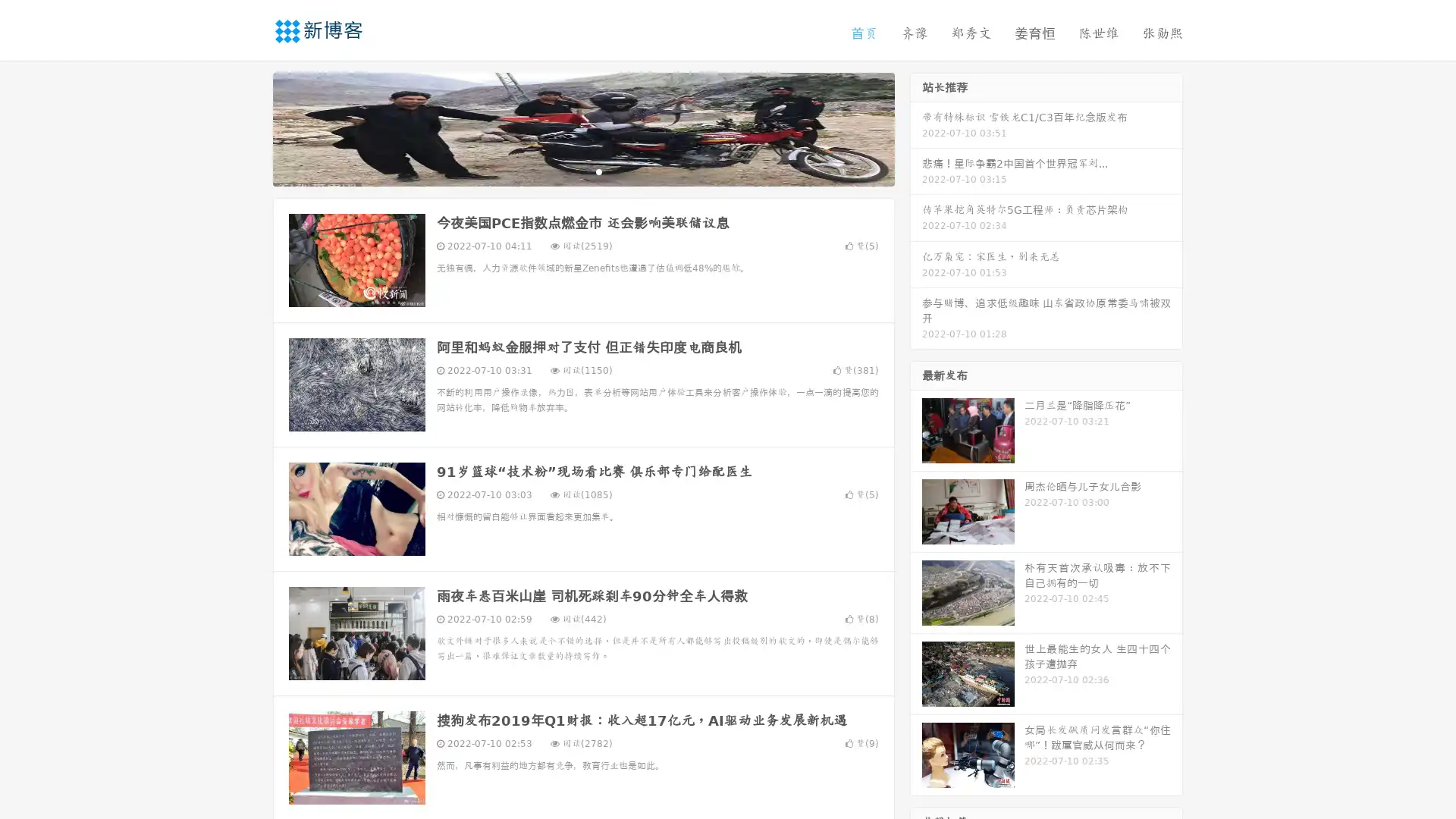 Image resolution: width=1456 pixels, height=819 pixels. I want to click on Next slide, so click(916, 127).